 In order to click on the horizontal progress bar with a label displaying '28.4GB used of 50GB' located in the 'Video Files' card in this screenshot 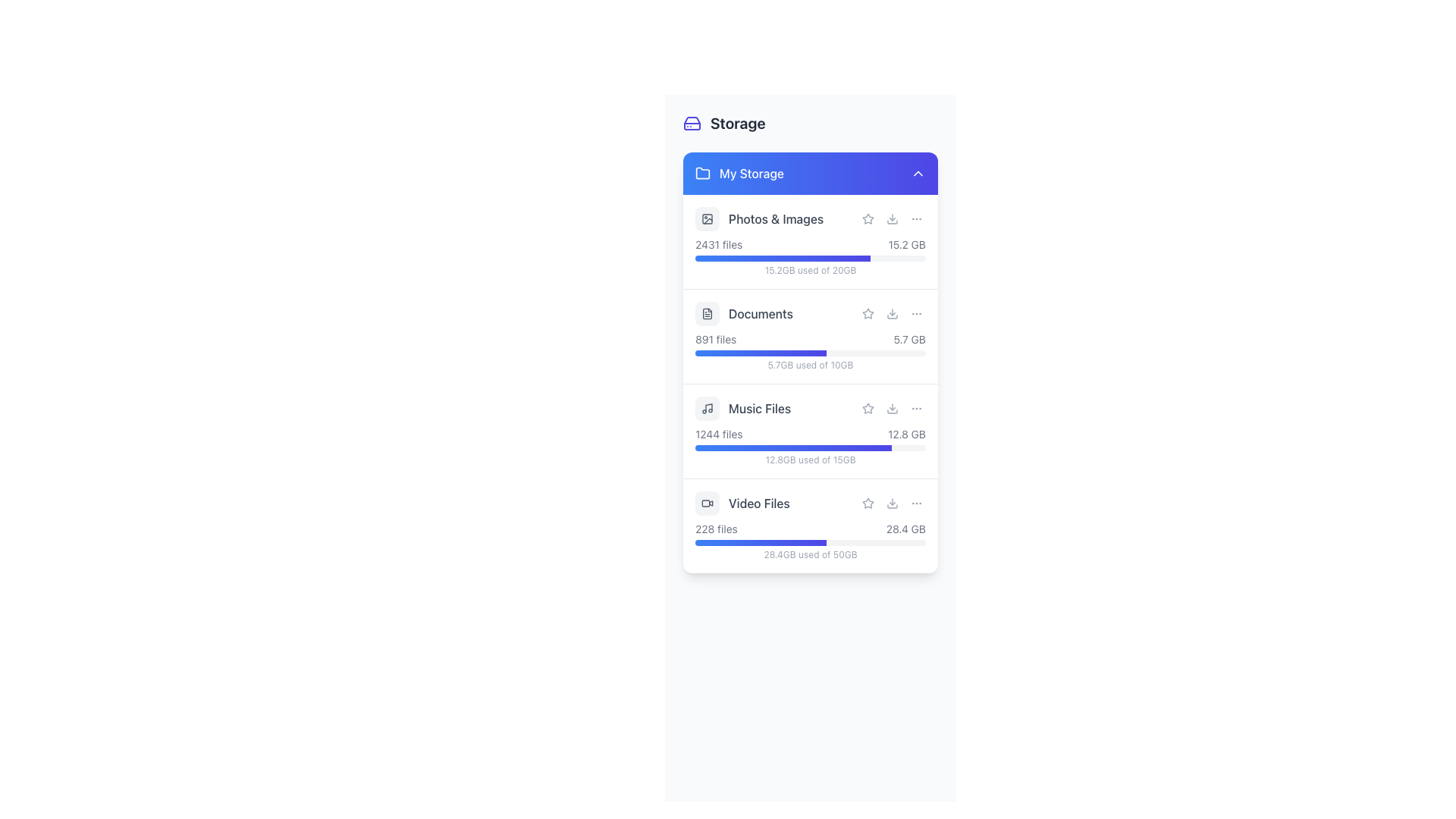, I will do `click(810, 540)`.